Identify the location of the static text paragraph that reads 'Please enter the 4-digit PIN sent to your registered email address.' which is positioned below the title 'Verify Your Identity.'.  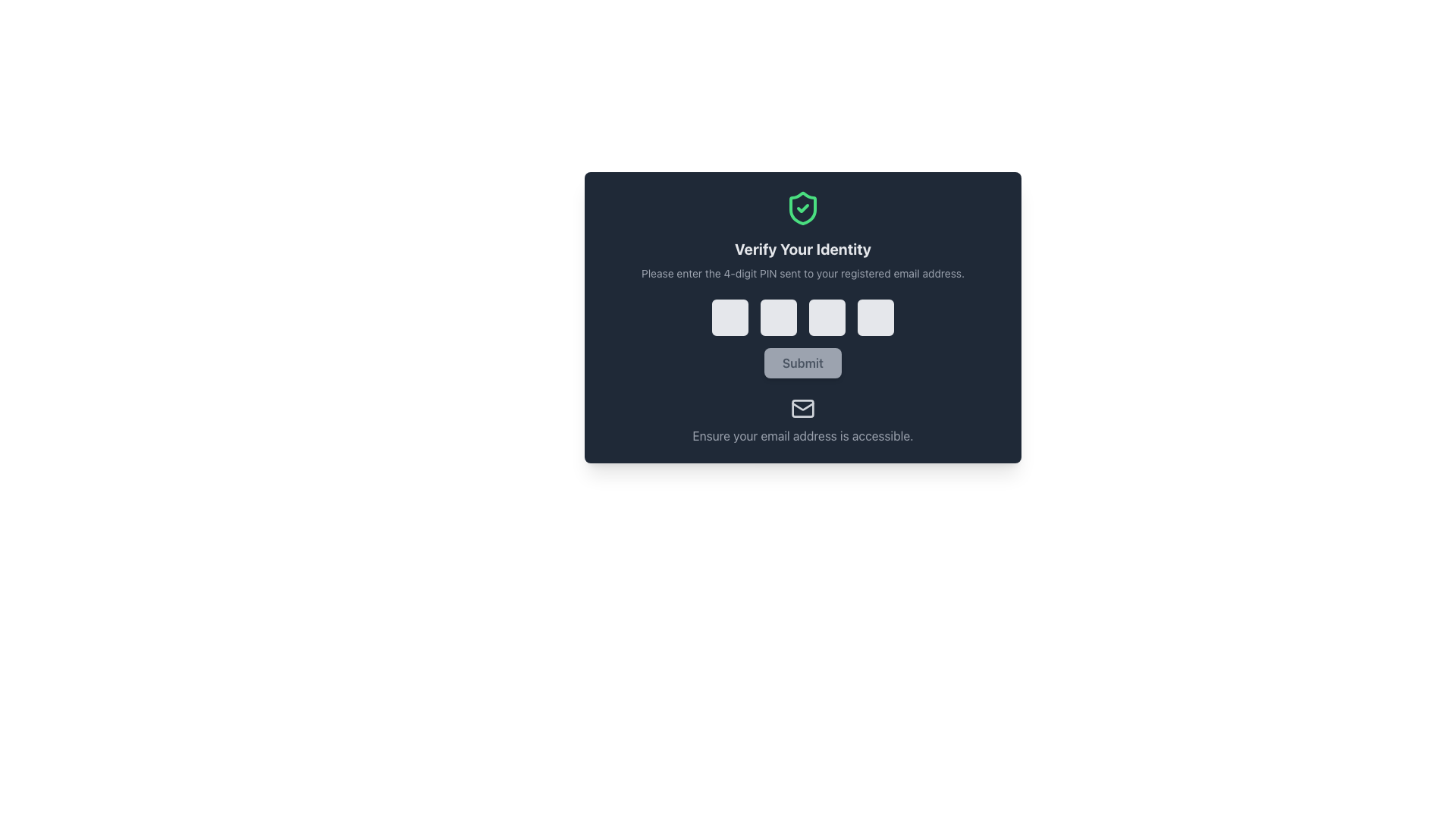
(802, 274).